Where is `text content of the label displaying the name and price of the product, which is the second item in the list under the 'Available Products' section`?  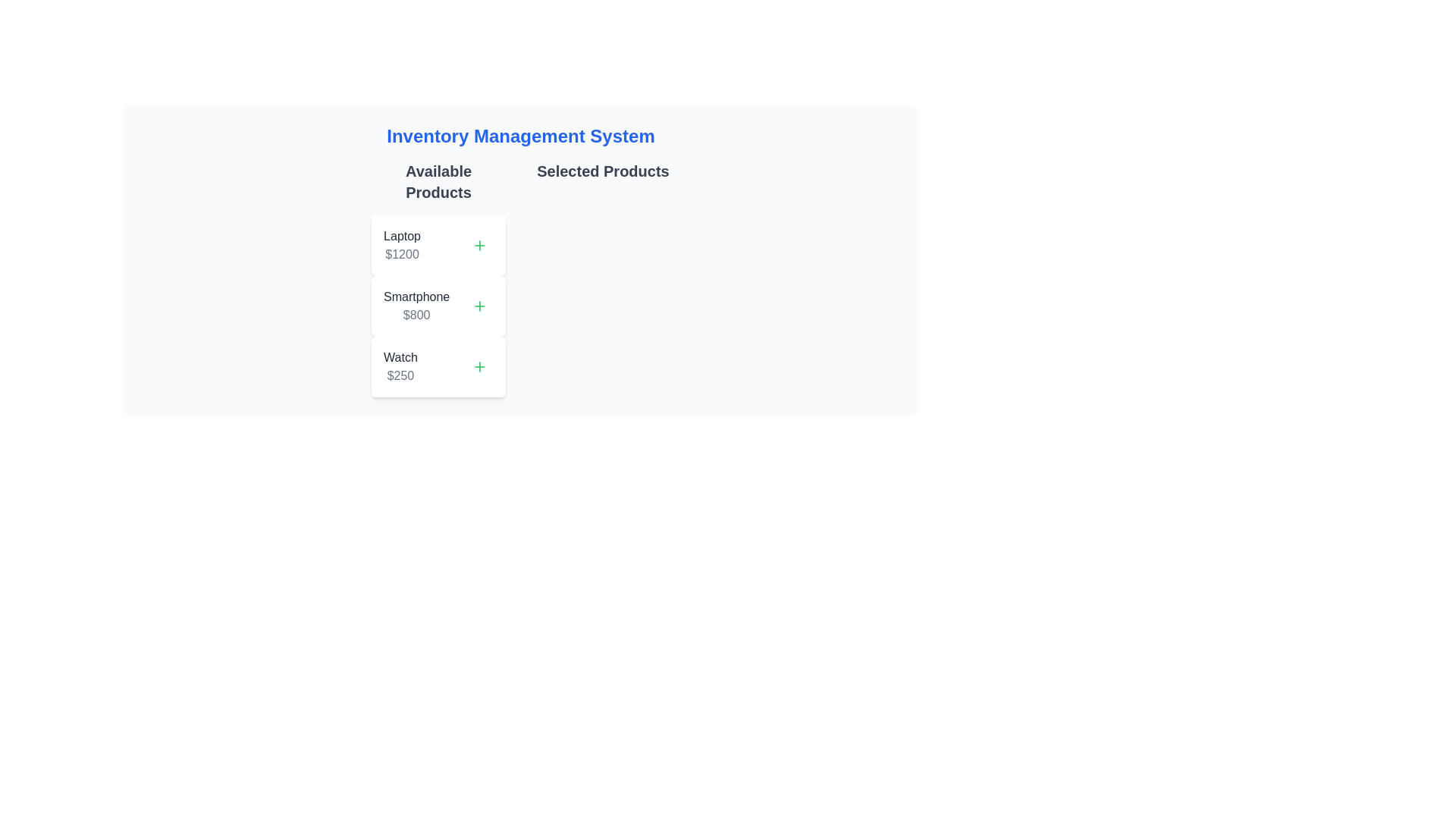 text content of the label displaying the name and price of the product, which is the second item in the list under the 'Available Products' section is located at coordinates (416, 306).